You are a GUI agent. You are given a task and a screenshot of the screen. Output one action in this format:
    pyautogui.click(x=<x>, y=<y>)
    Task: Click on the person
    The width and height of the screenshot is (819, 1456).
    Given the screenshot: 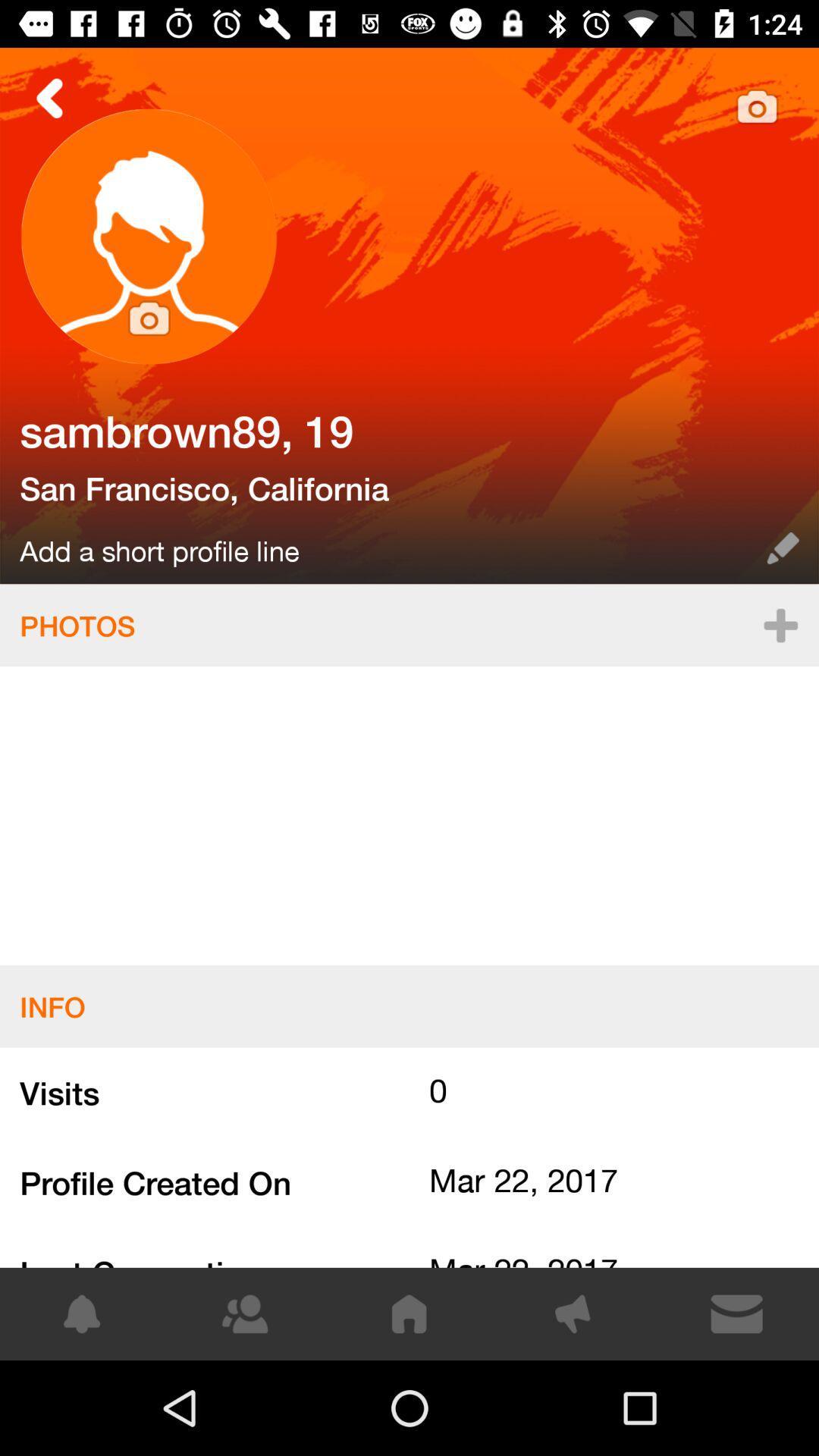 What is the action you would take?
    pyautogui.click(x=409, y=315)
    